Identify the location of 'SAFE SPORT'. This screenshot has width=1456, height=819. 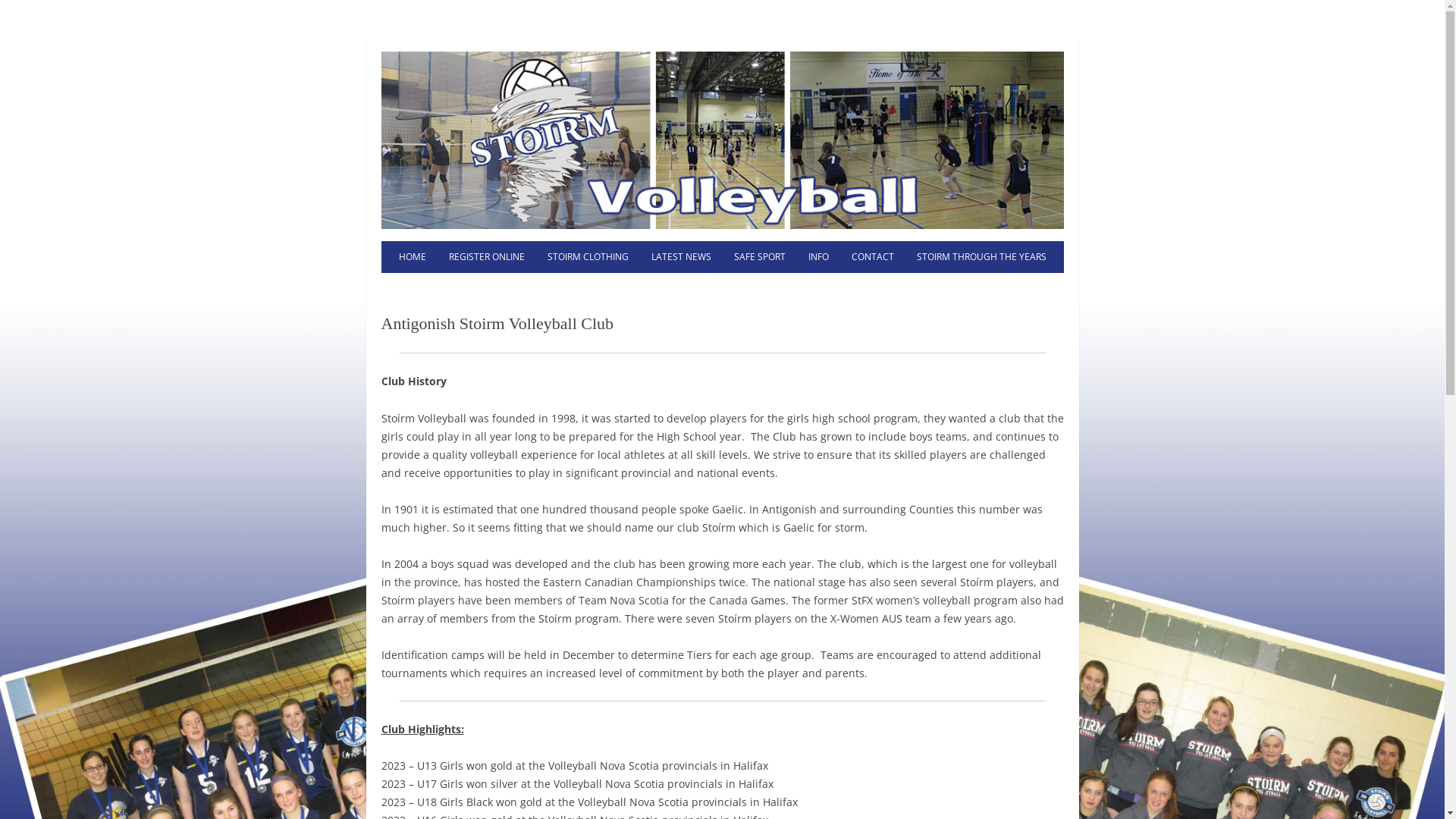
(759, 256).